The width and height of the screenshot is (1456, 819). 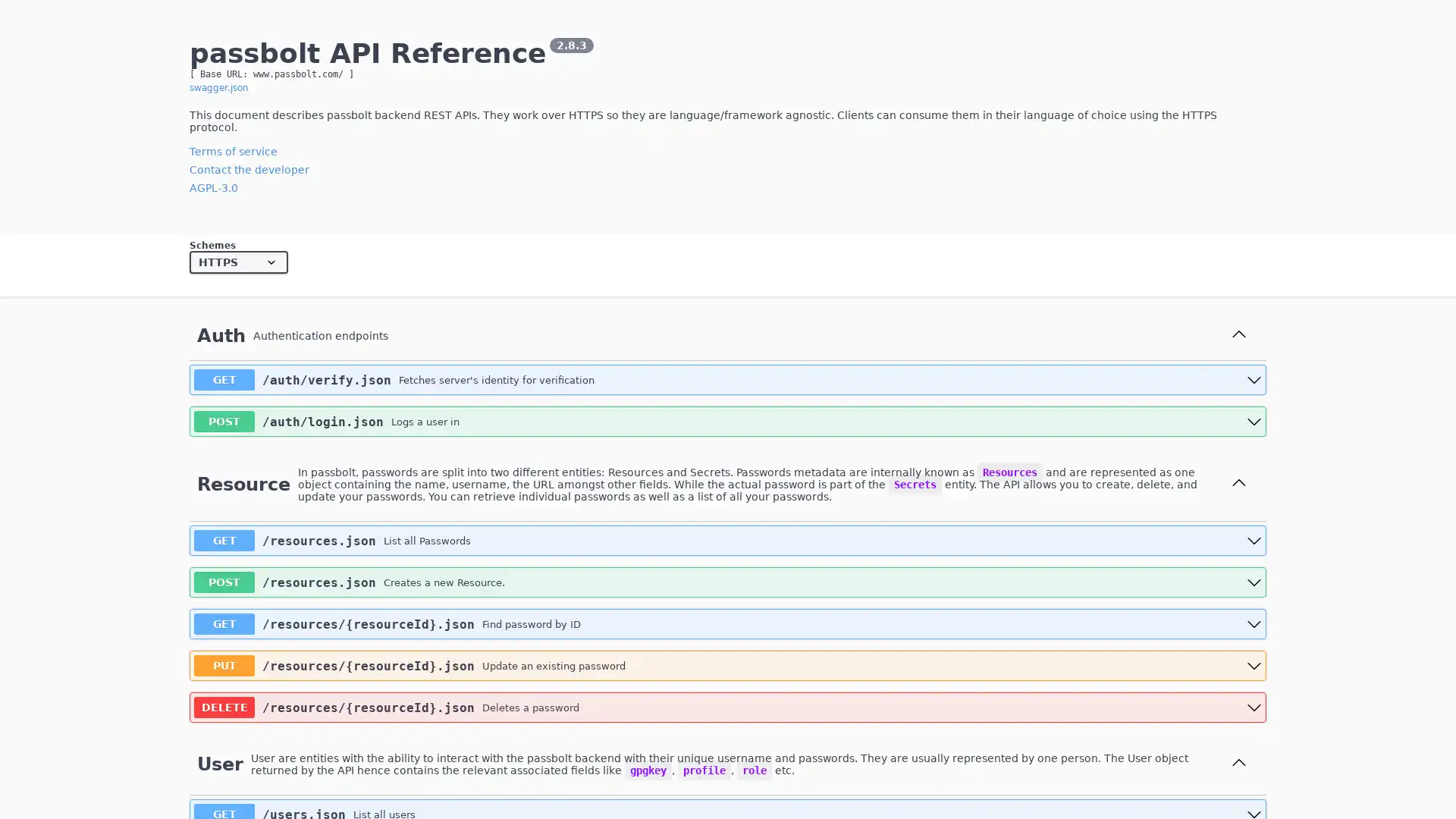 I want to click on Collapse operation, so click(x=1238, y=334).